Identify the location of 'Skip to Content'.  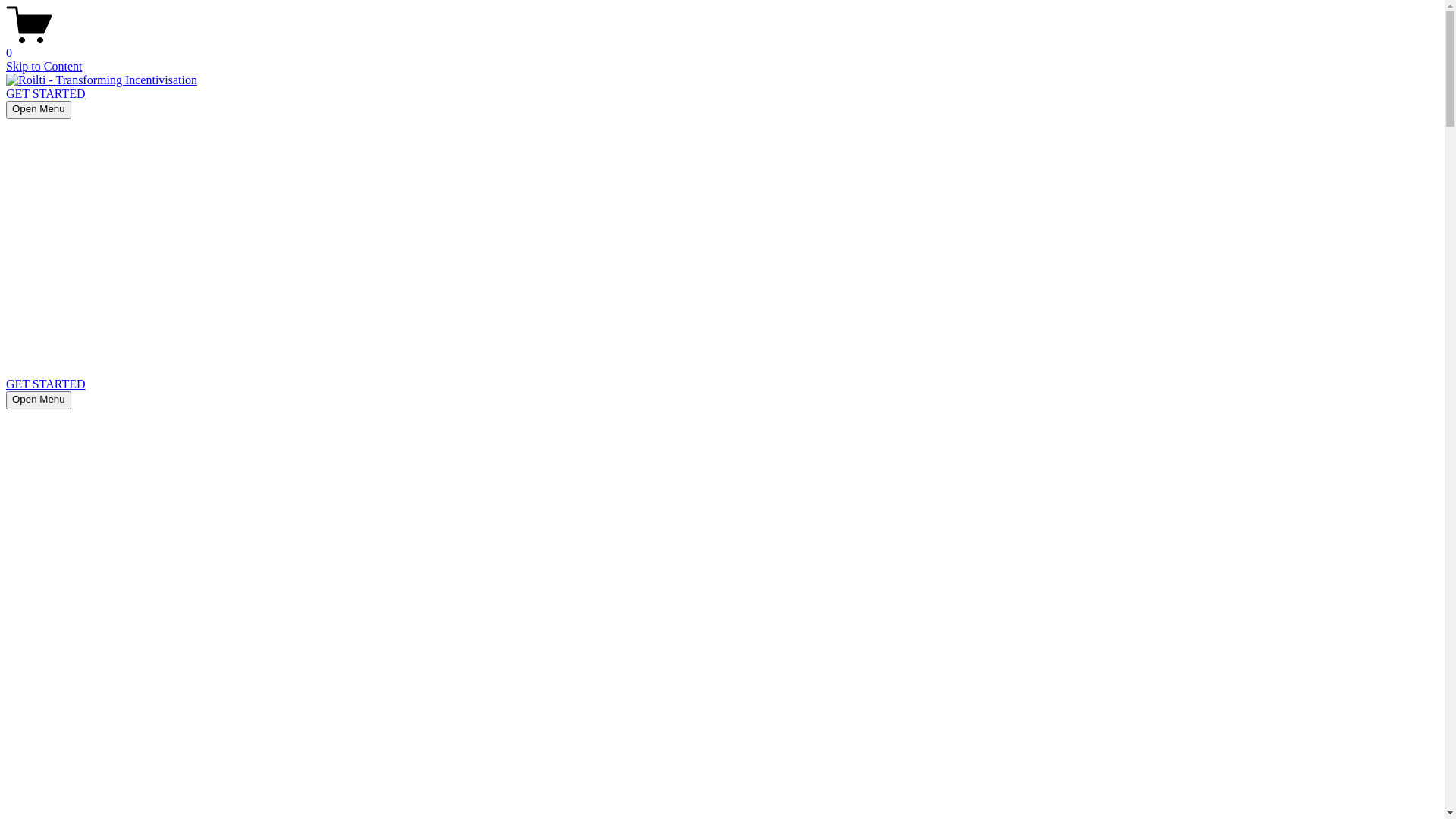
(6, 65).